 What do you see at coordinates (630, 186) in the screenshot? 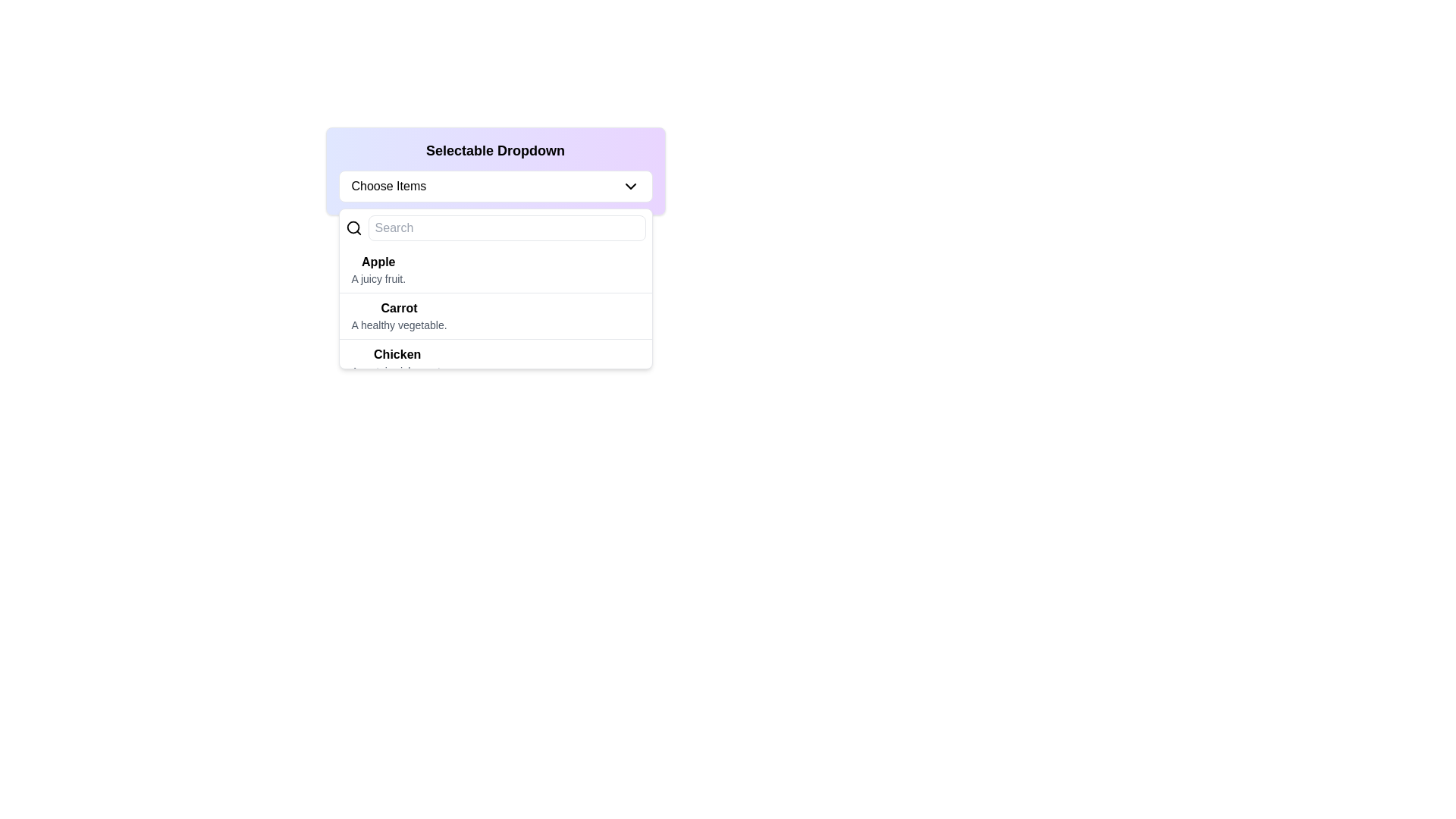
I see `the downward-pointing chevron icon, which is styled with sharp edges and a clean black outline, located next to the text 'Choose Items' within the white dropdown button` at bounding box center [630, 186].